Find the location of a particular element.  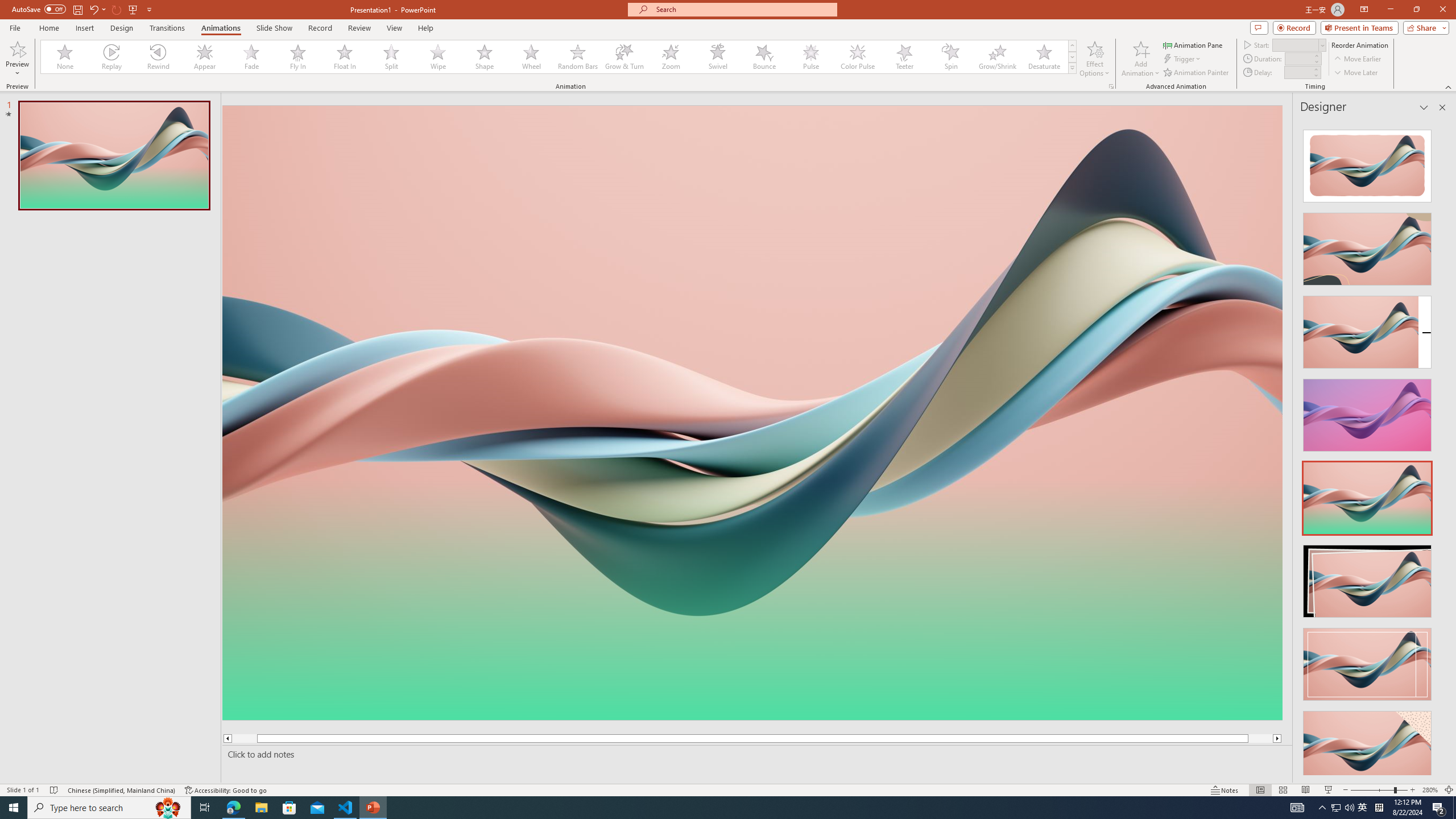

'Wipe' is located at coordinates (438, 56).